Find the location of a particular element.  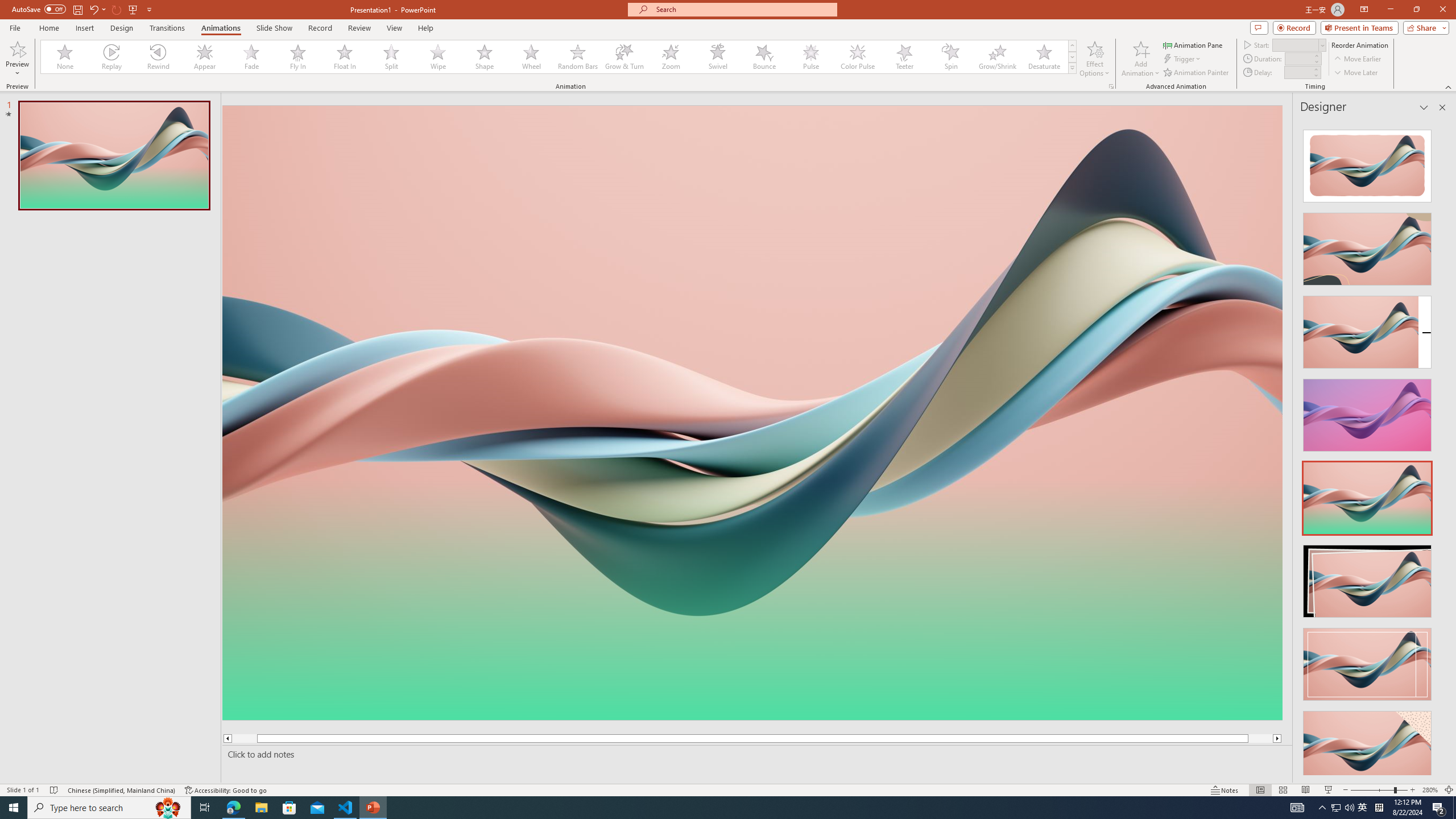

'Wipe' is located at coordinates (438, 56).